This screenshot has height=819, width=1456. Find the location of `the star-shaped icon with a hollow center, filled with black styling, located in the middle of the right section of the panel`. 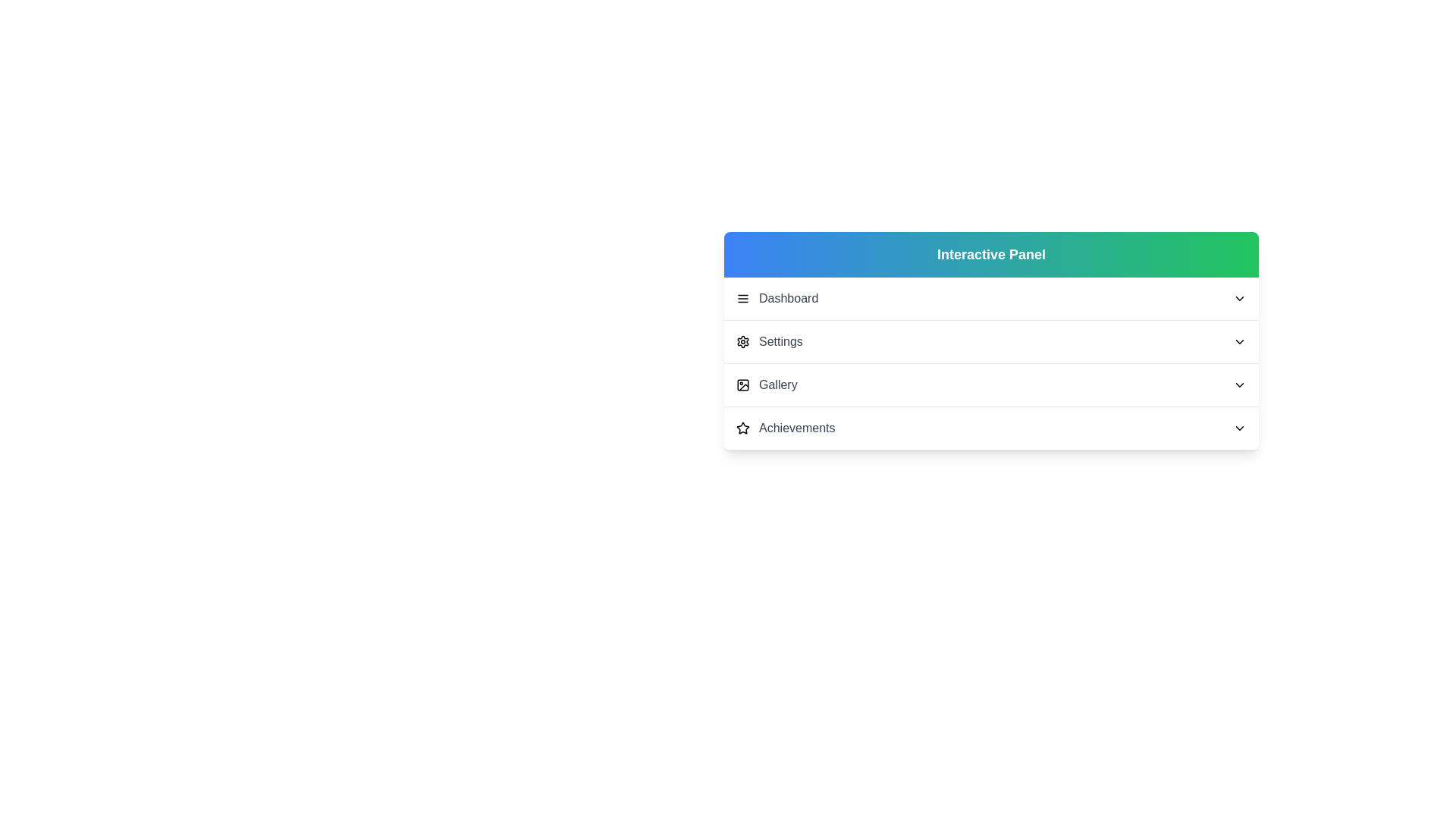

the star-shaped icon with a hollow center, filled with black styling, located in the middle of the right section of the panel is located at coordinates (742, 428).